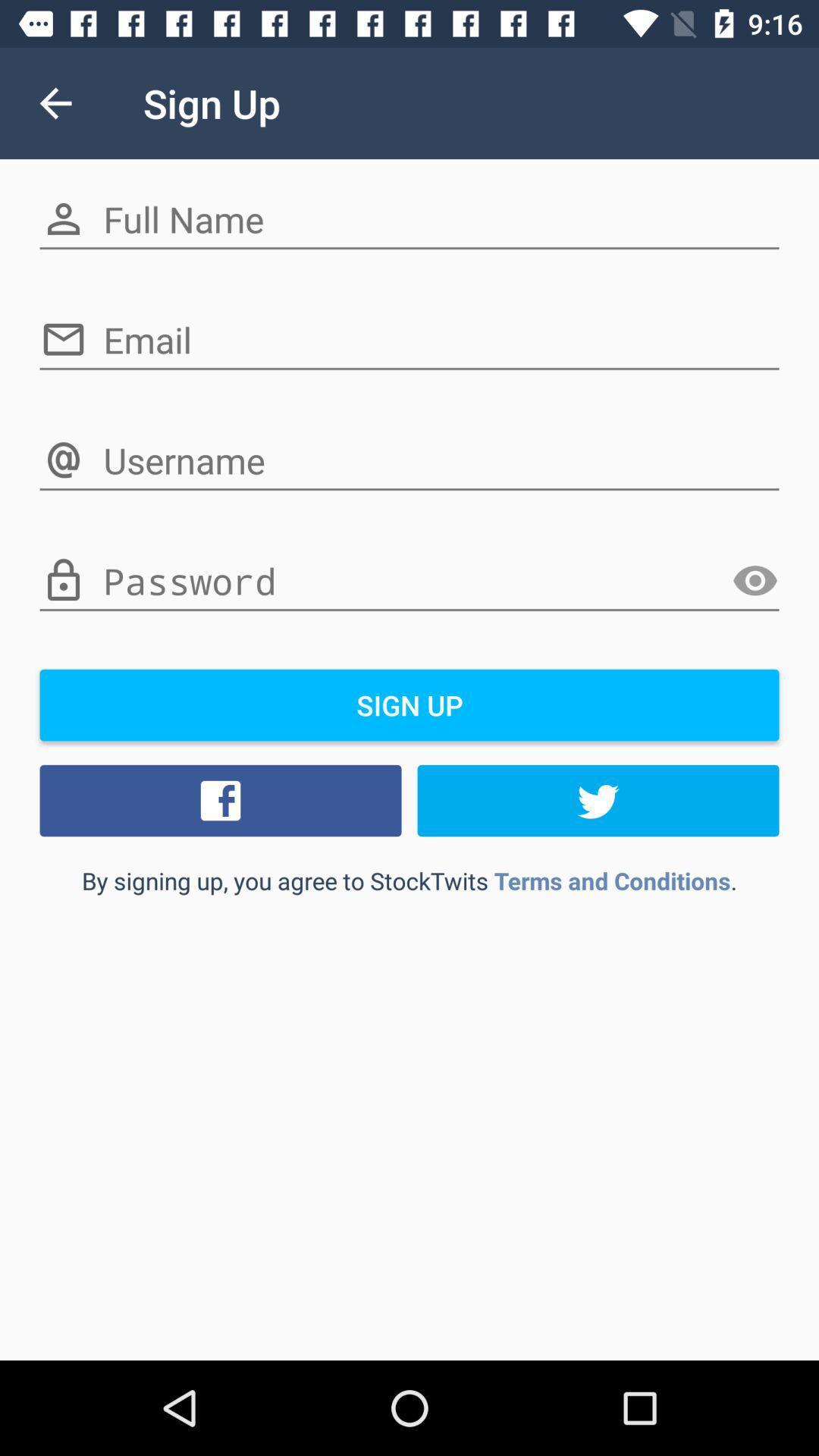  What do you see at coordinates (220, 800) in the screenshot?
I see `icon above the by signing up icon` at bounding box center [220, 800].